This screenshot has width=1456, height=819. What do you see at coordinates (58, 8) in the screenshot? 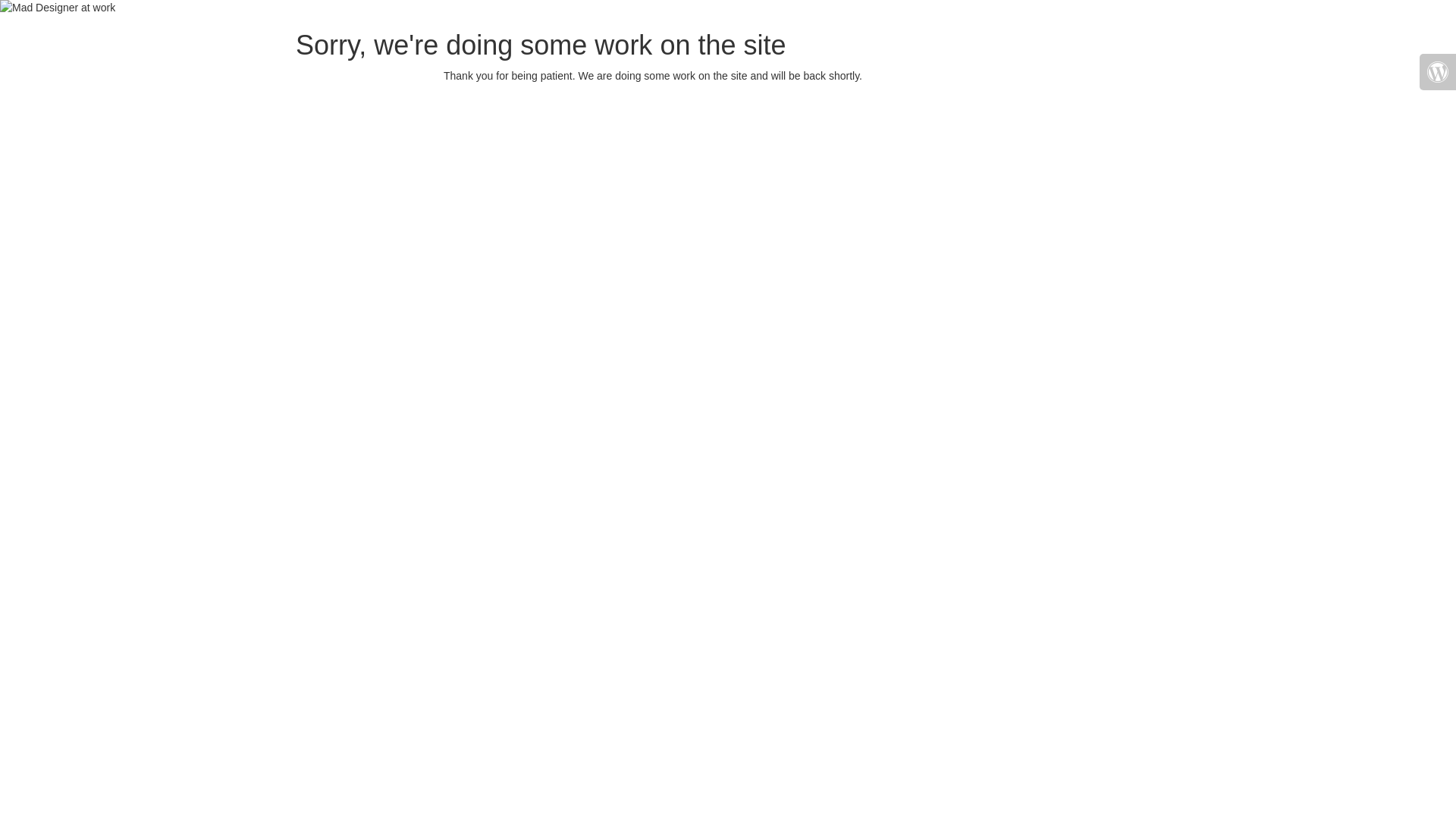
I see `'Mad Designer at work'` at bounding box center [58, 8].